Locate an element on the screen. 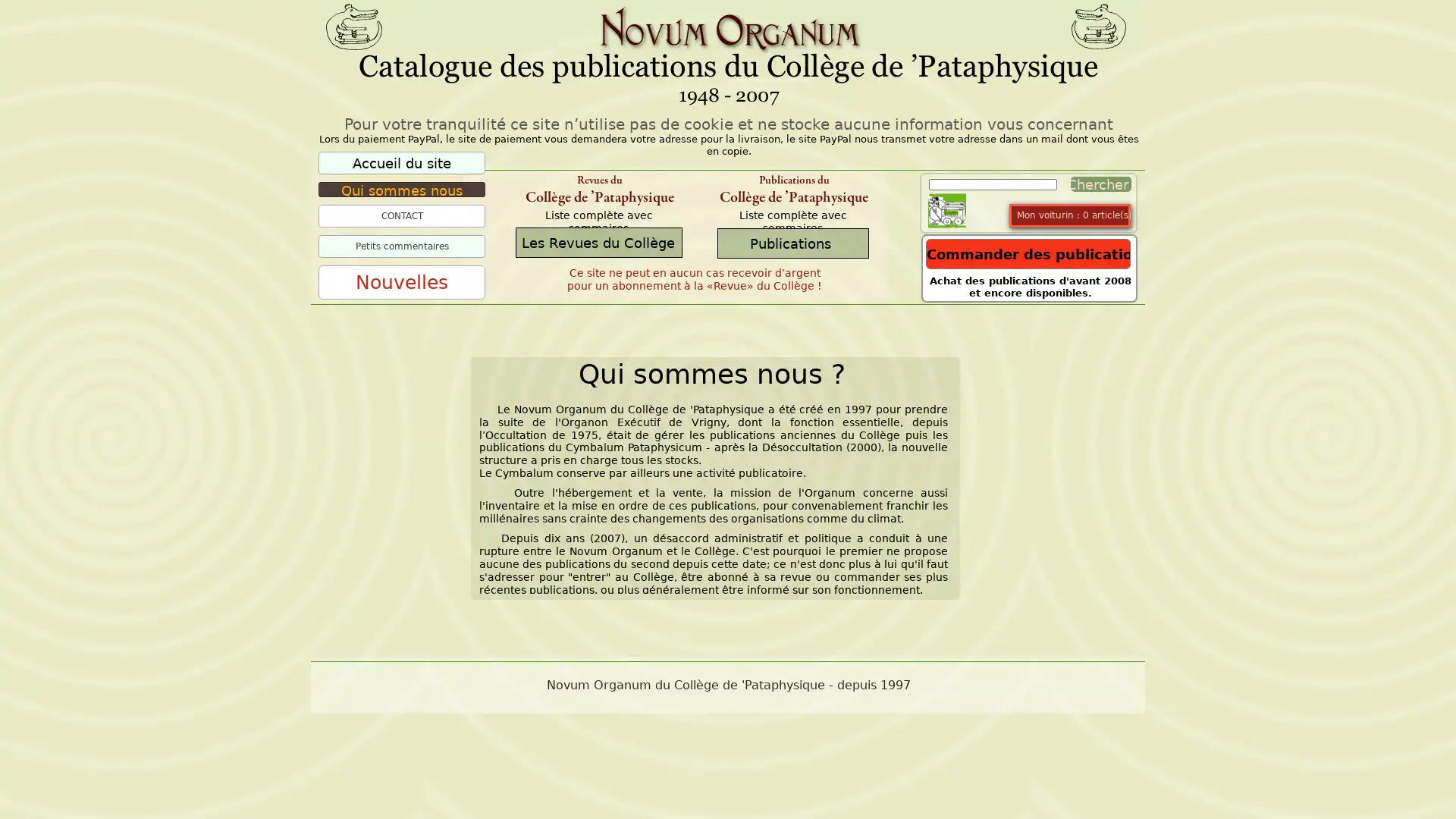 This screenshot has height=819, width=1456. Petits commentaires is located at coordinates (401, 245).